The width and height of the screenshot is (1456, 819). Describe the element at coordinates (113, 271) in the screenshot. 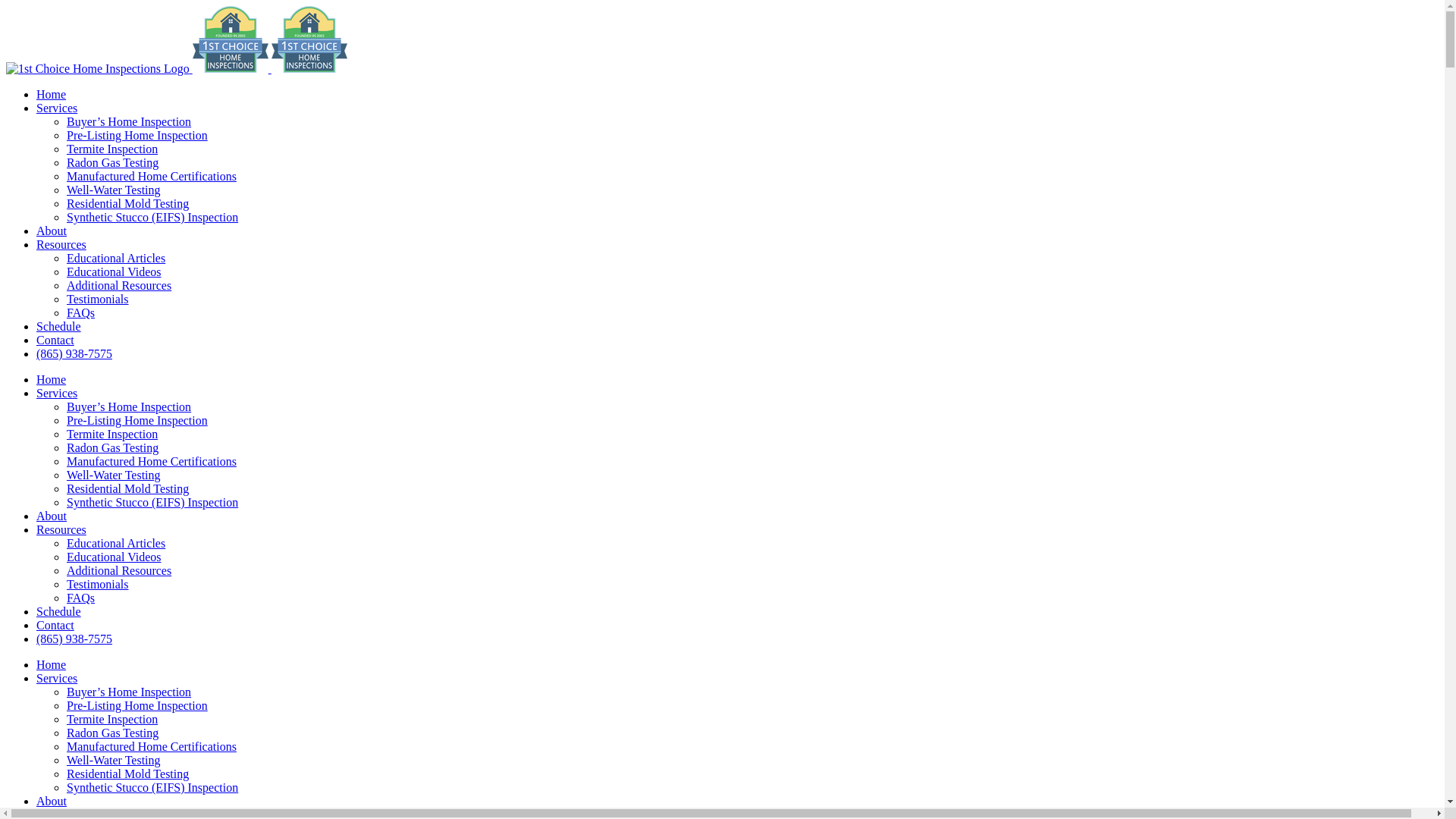

I see `'Educational Videos'` at that location.